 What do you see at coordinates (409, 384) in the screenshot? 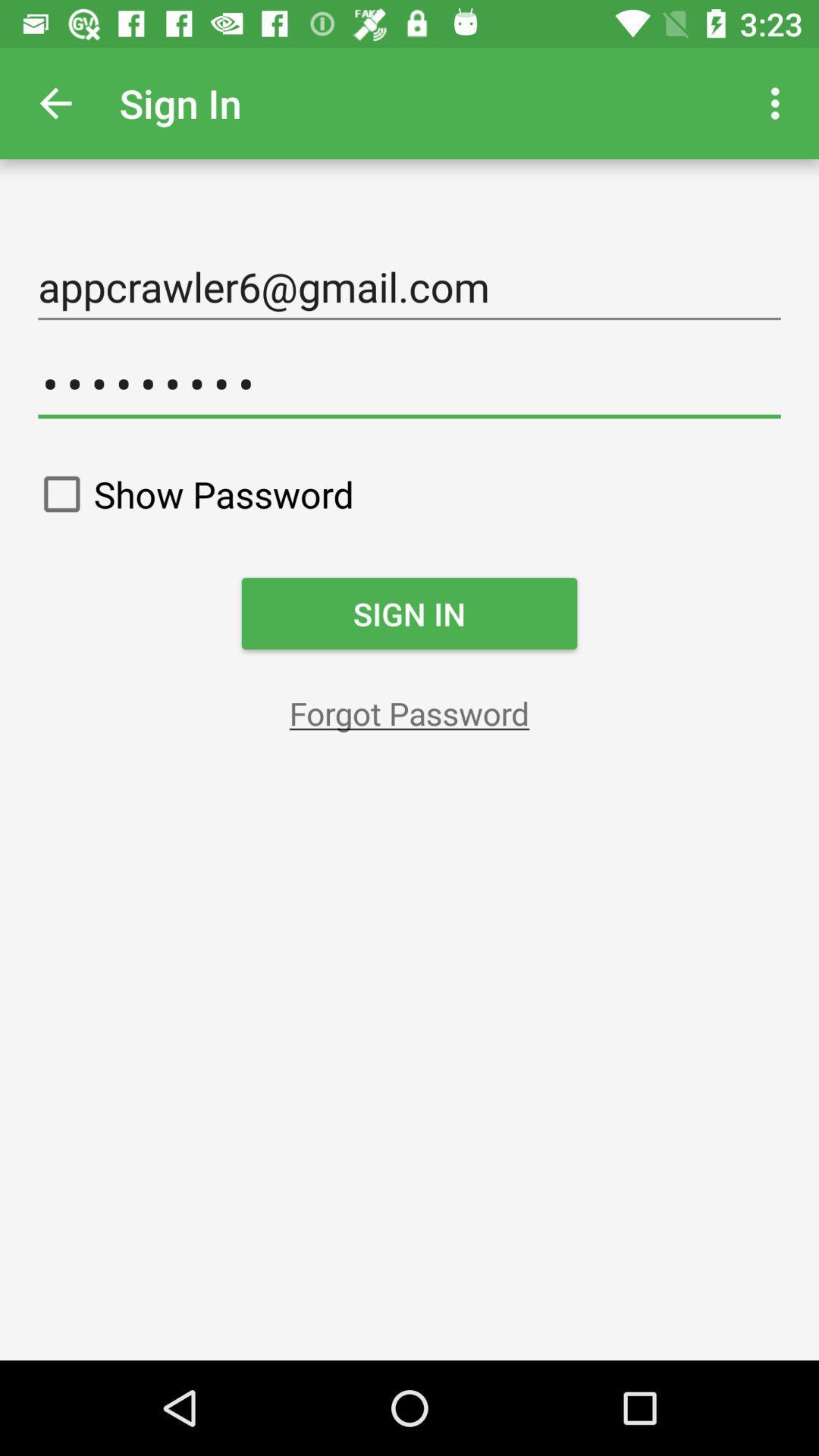
I see `the crowd3116` at bounding box center [409, 384].